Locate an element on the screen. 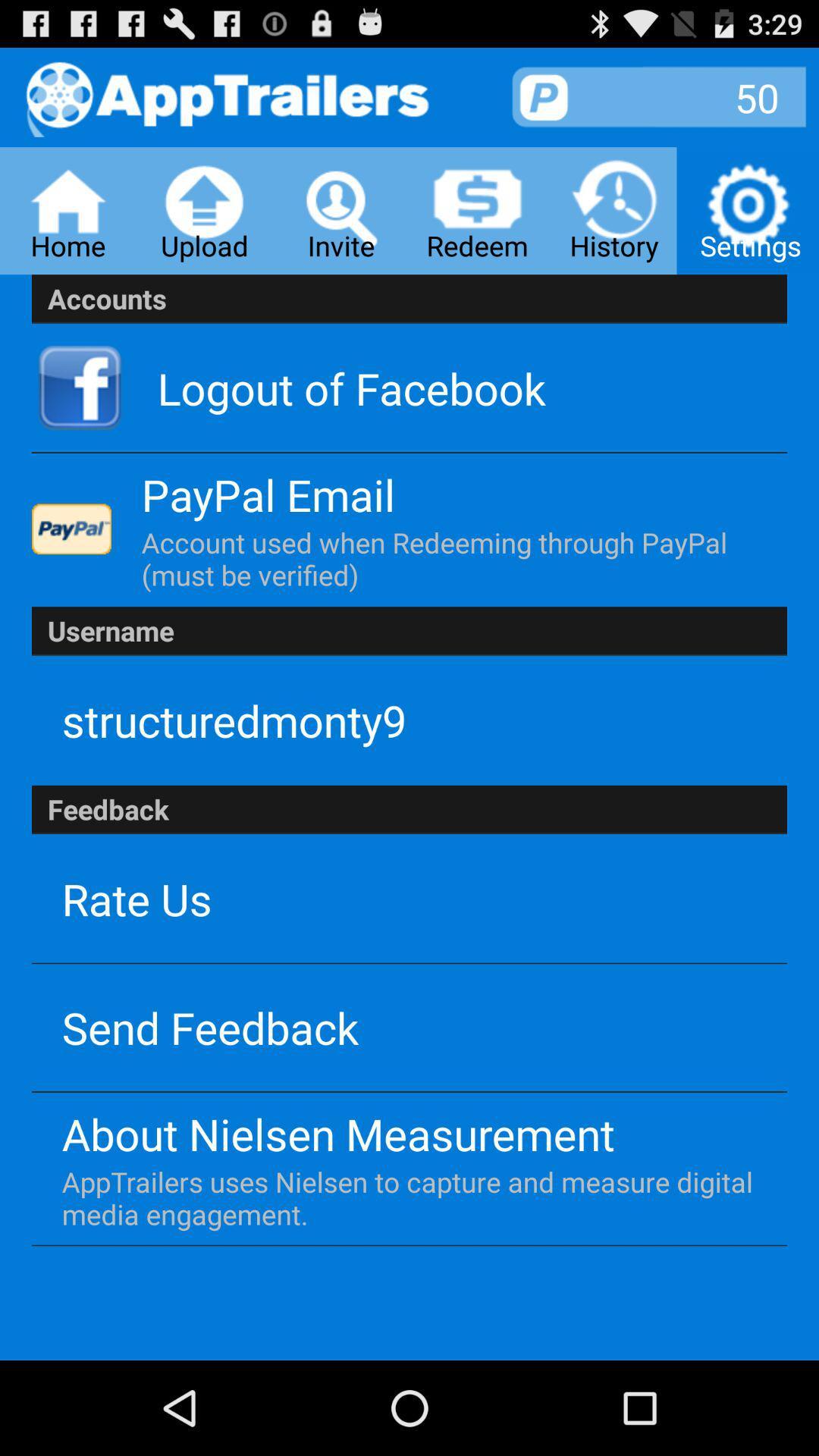 This screenshot has width=819, height=1456. paypal email item is located at coordinates (268, 494).